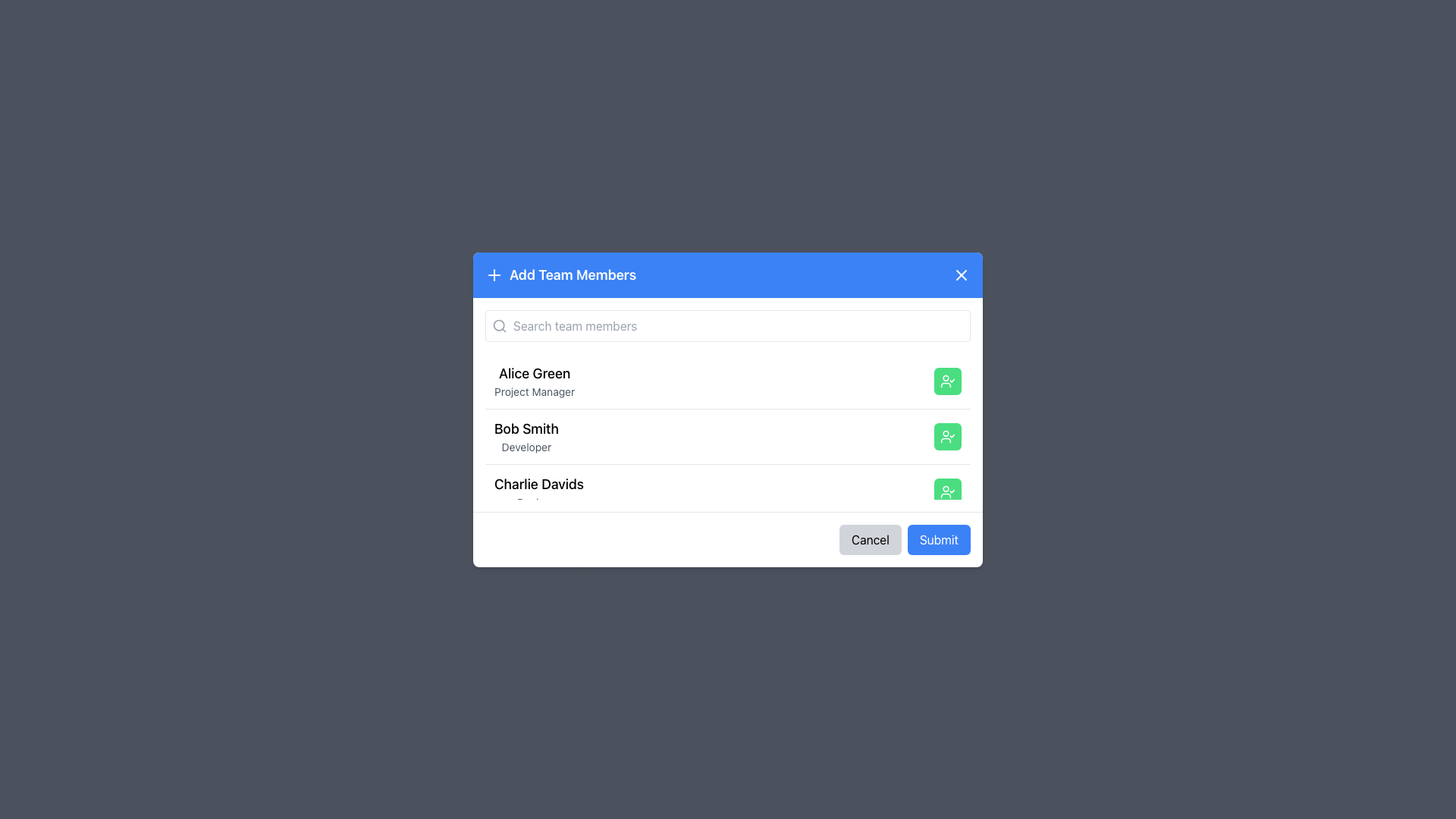 This screenshot has width=1456, height=819. Describe the element at coordinates (499, 324) in the screenshot. I see `the small circular part of the magnifying glass icon in the search field labeled 'Search team members', located below the 'Add Team Members' header` at that location.